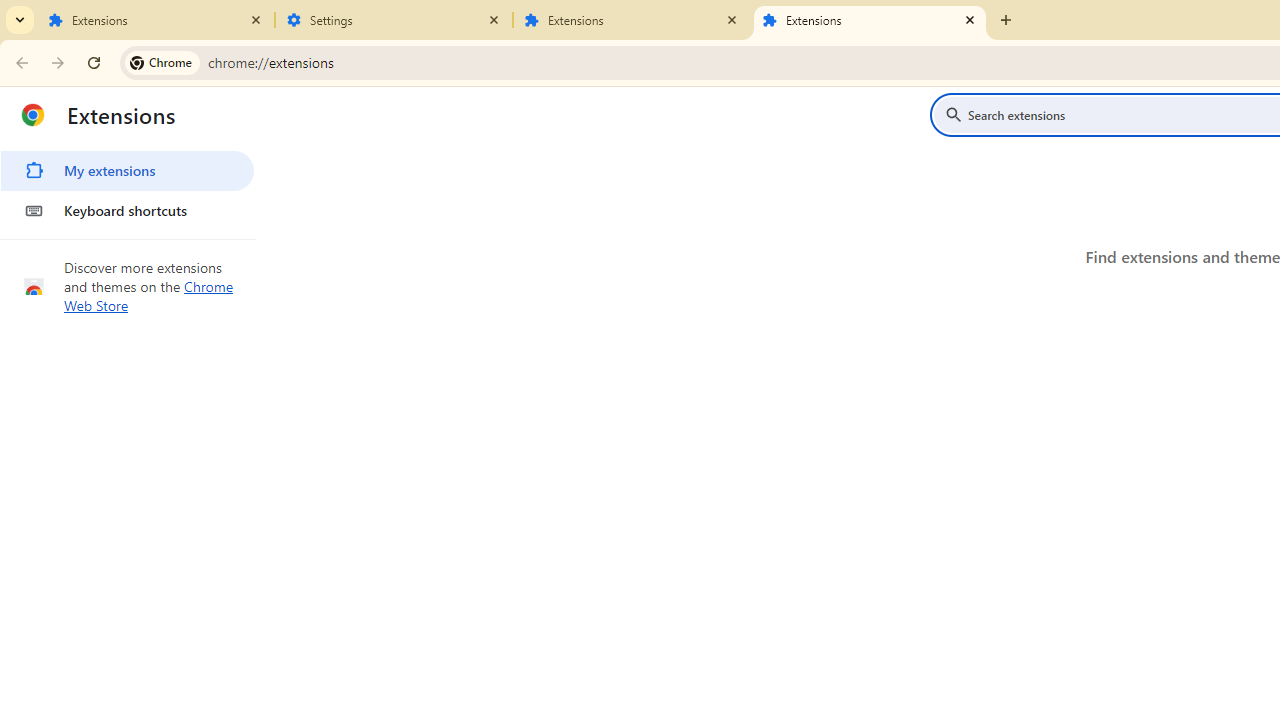 The height and width of the screenshot is (720, 1280). What do you see at coordinates (148, 296) in the screenshot?
I see `'Chrome Web Store'` at bounding box center [148, 296].